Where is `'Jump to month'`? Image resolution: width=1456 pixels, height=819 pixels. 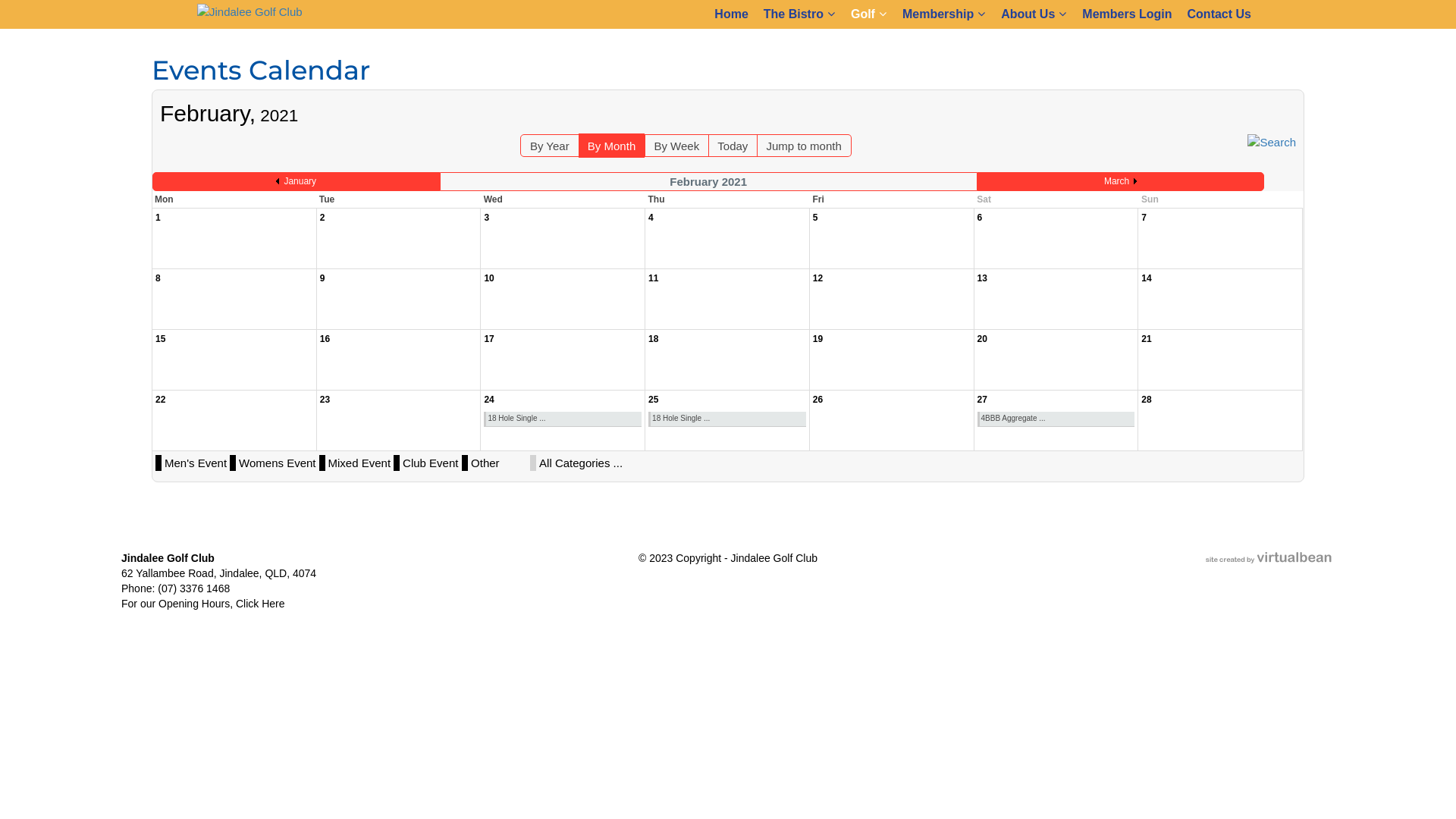 'Jump to month' is located at coordinates (803, 146).